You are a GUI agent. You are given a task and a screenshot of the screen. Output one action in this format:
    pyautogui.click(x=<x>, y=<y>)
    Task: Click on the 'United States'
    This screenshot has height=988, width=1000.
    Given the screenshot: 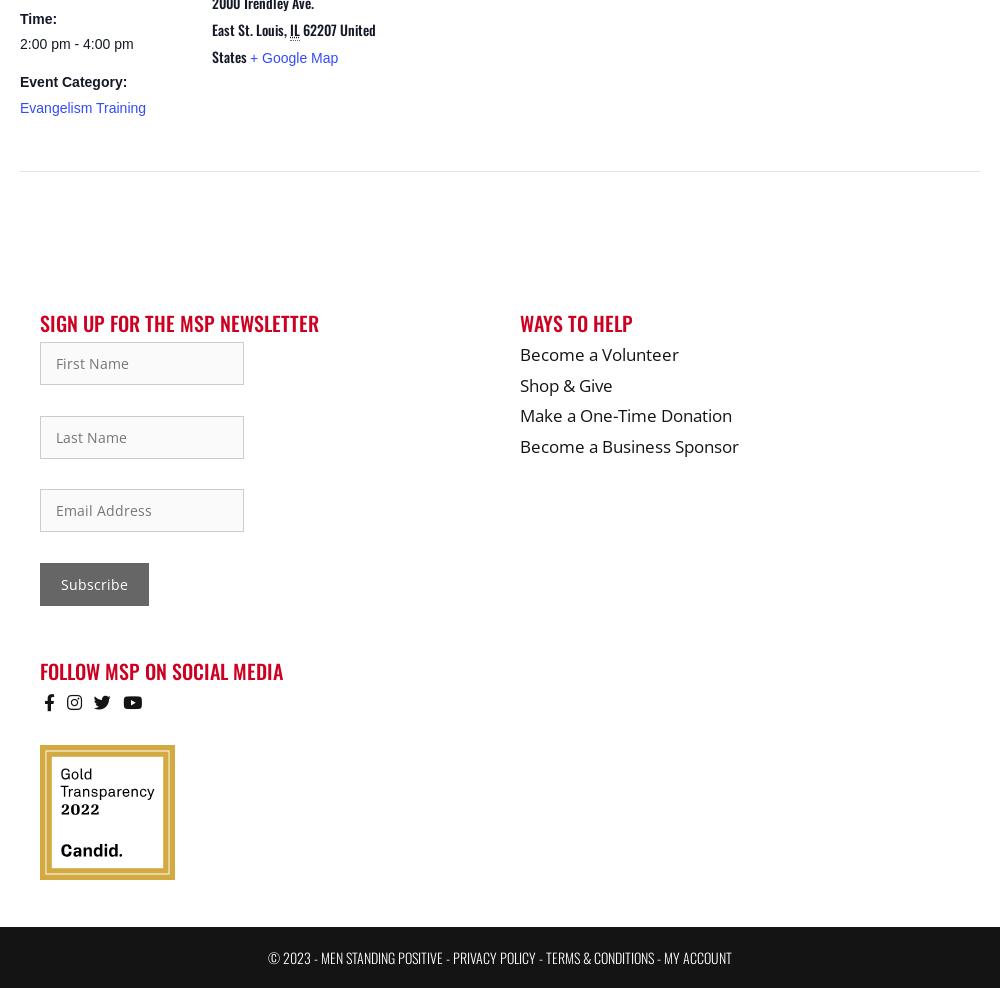 What is the action you would take?
    pyautogui.click(x=294, y=41)
    